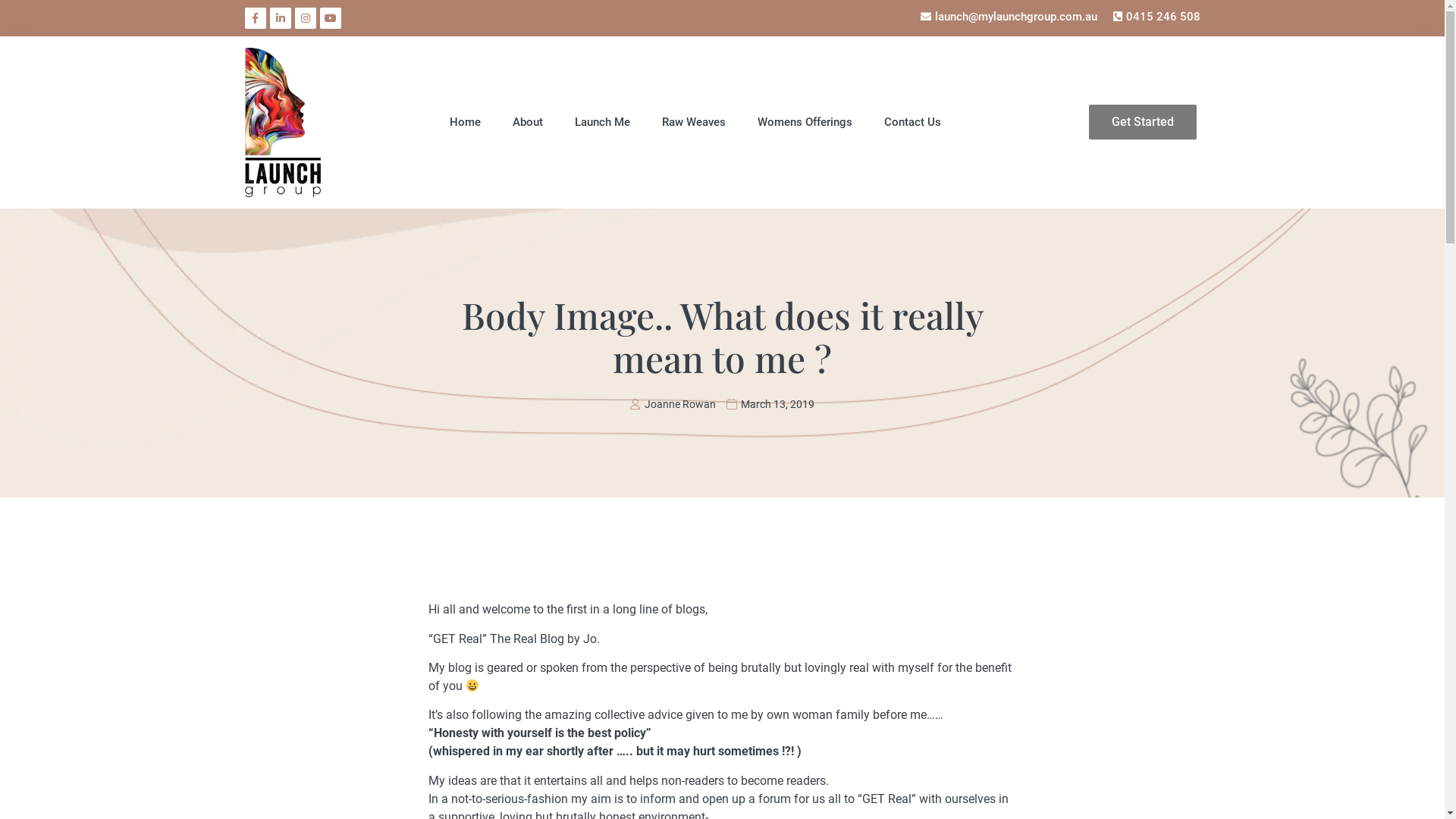 The width and height of the screenshot is (1456, 819). I want to click on '0415 246 508', so click(1153, 17).